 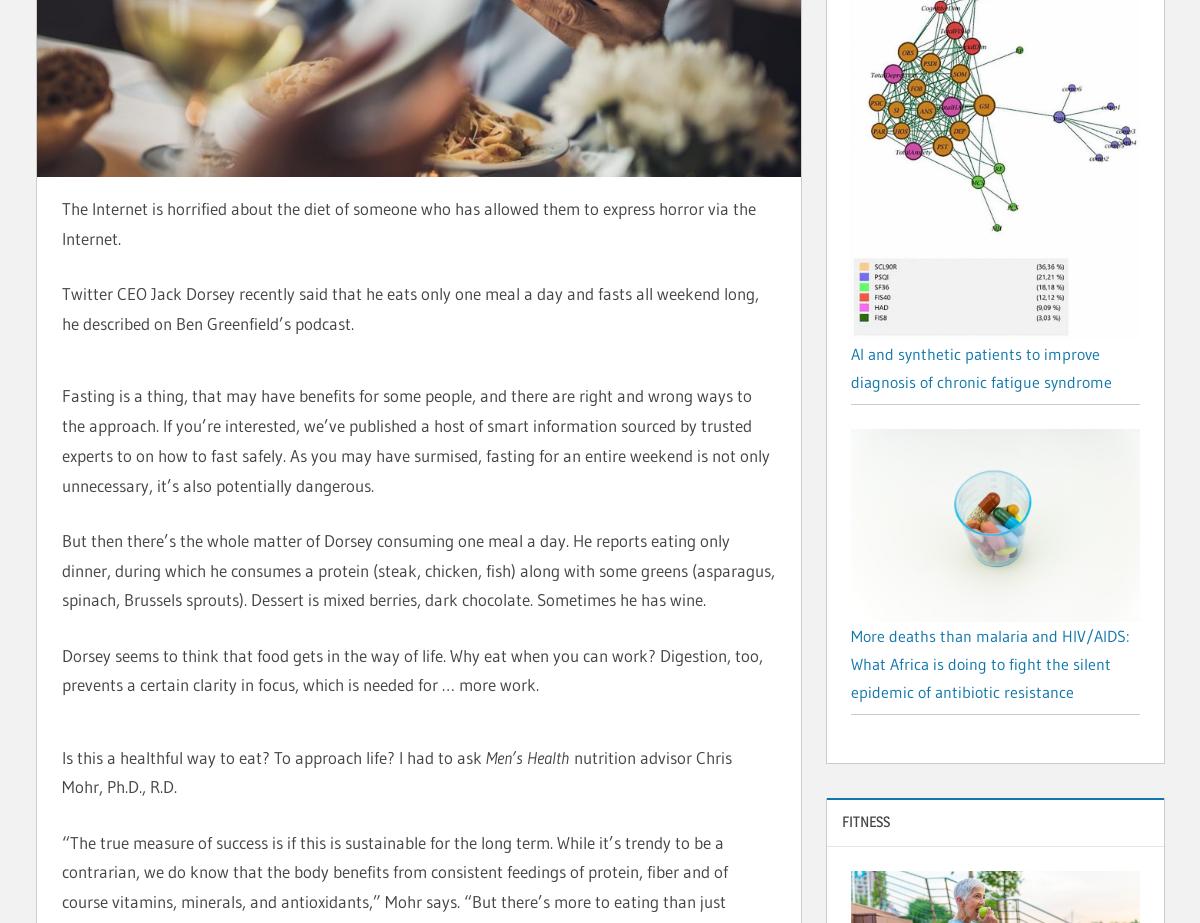 What do you see at coordinates (416, 439) in the screenshot?
I see `'Fasting is a thing, that may have benefits for some people, and there are right and wrong ways to the approach. If you’re interested, we’ve published a host of smart information sourced by trusted experts to on how to fast safely. As you may have surmised, fasting for an entire weekend is not only unnecessary, it’s also potentially dangerous.'` at bounding box center [416, 439].